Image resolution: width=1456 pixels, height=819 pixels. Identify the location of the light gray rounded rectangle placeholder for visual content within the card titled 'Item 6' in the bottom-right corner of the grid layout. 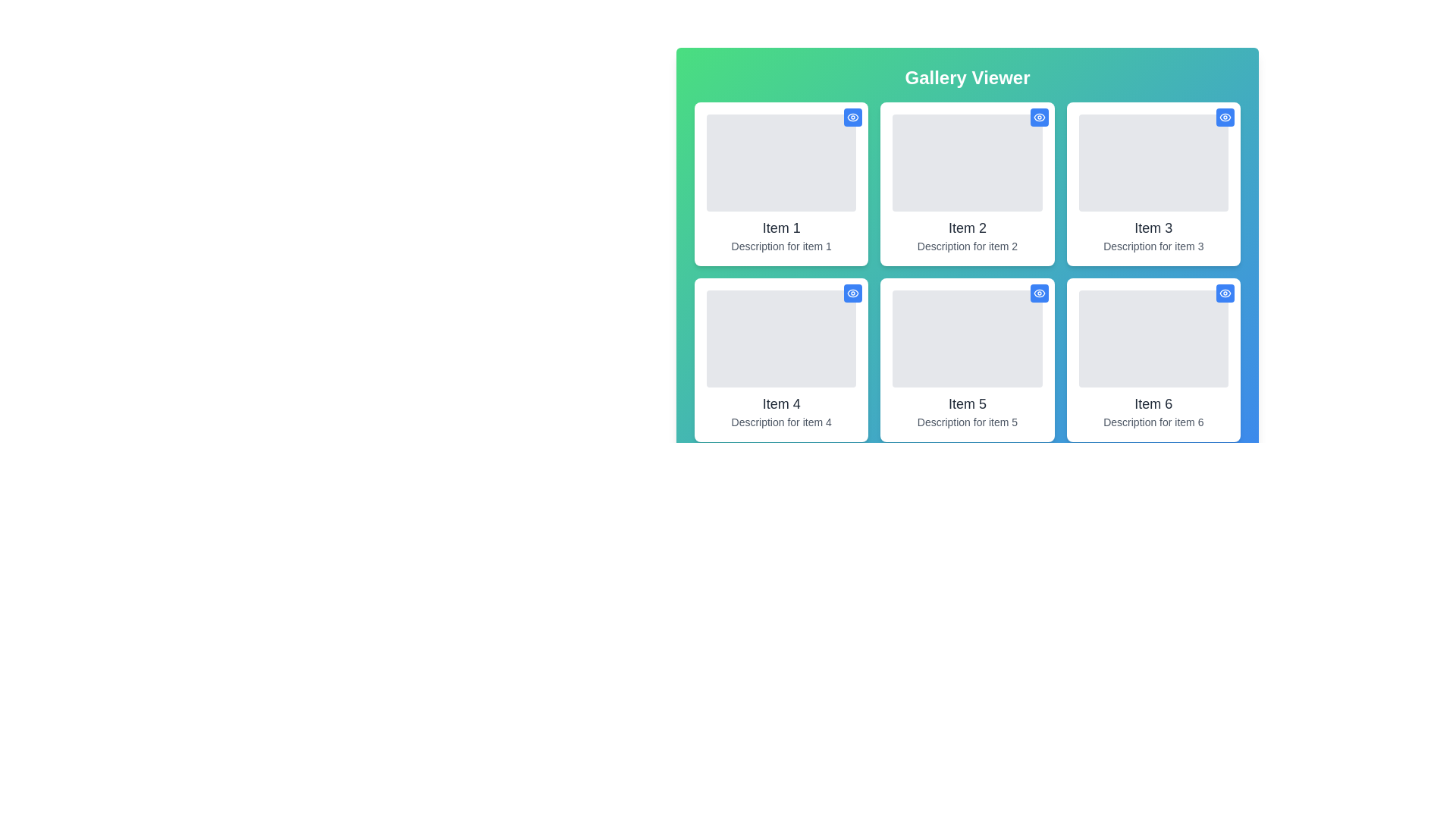
(1153, 338).